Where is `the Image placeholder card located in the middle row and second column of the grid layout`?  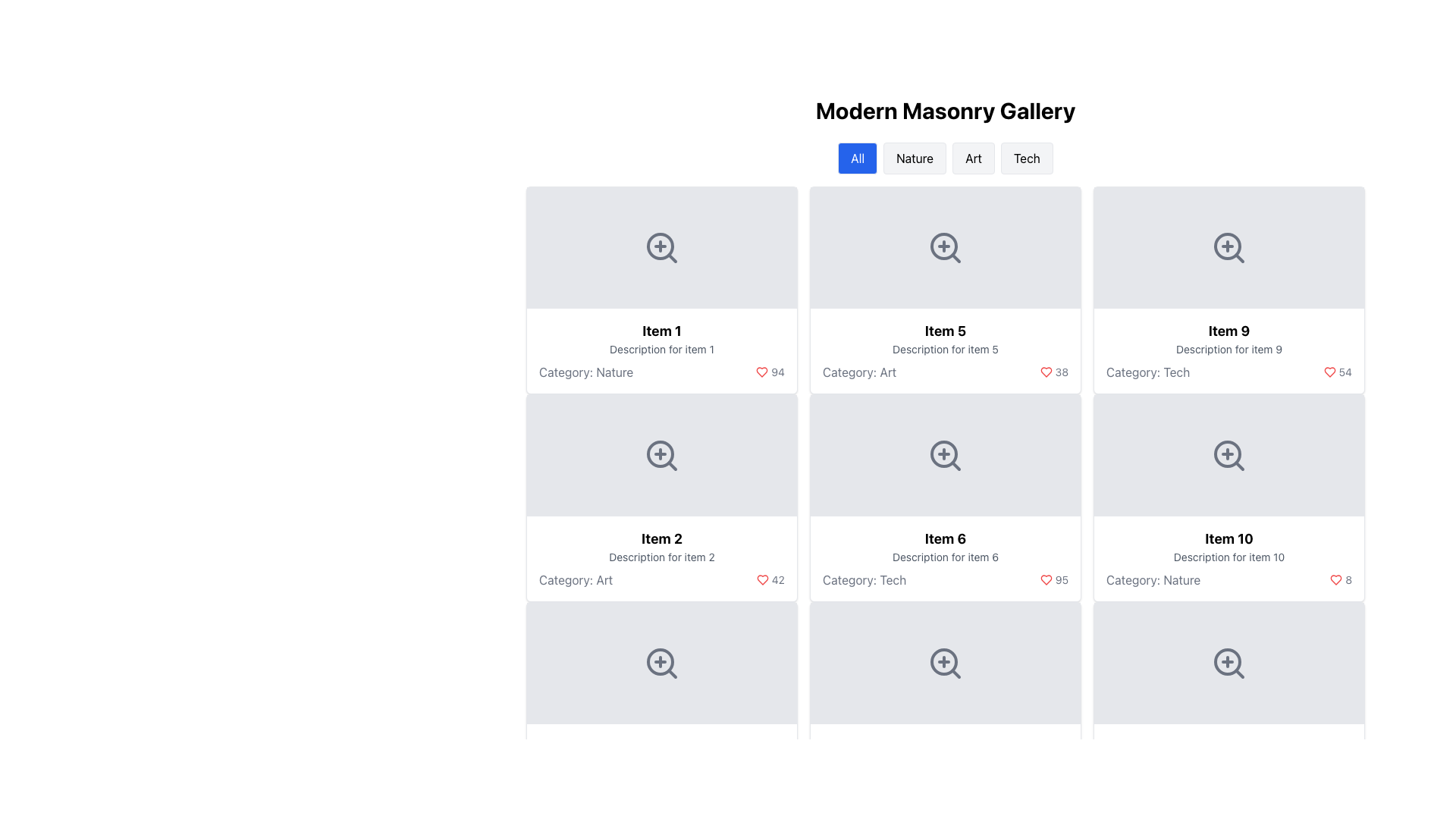 the Image placeholder card located in the middle row and second column of the grid layout is located at coordinates (945, 705).